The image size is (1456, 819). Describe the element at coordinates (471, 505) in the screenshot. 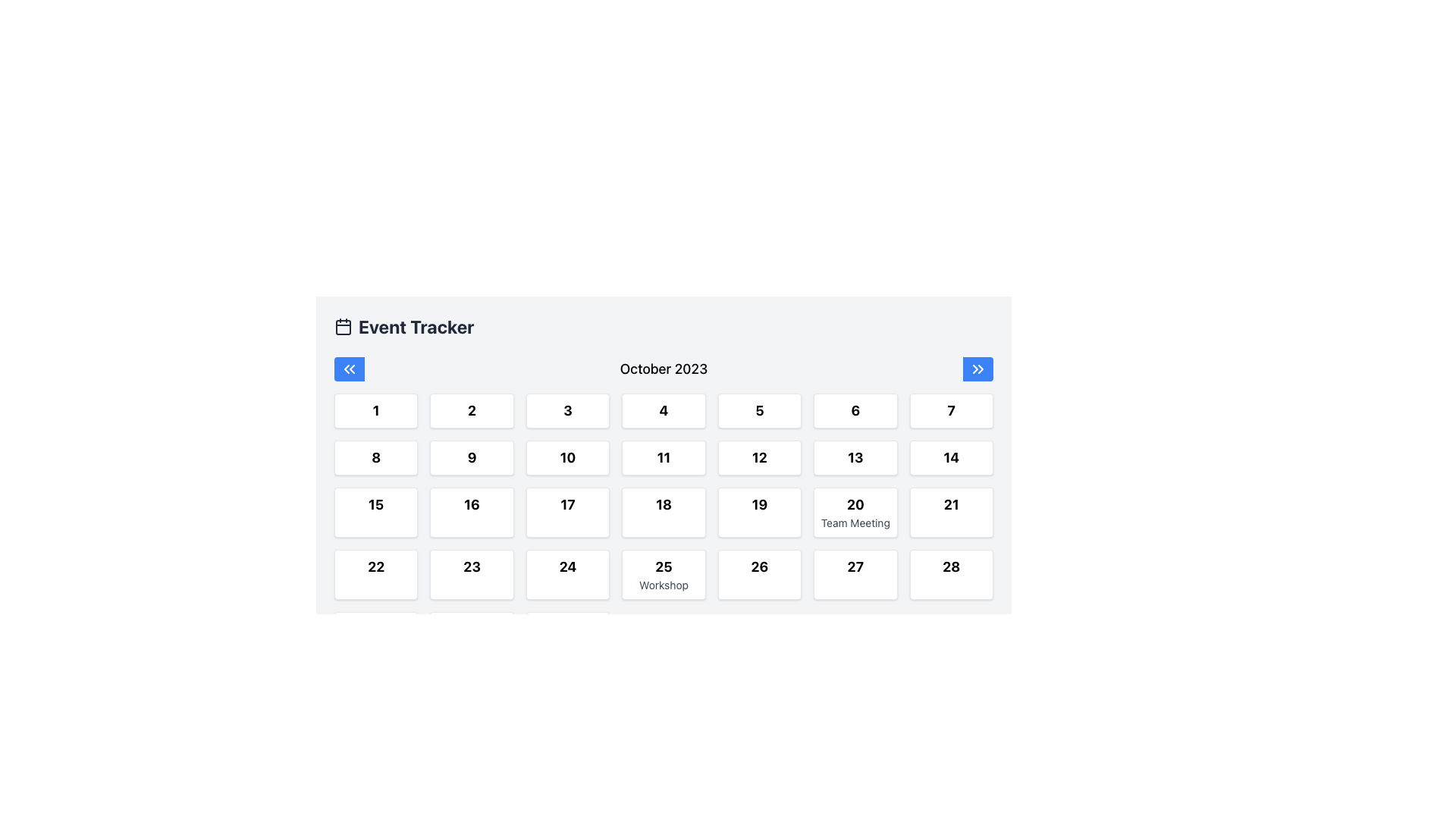

I see `the text label '16' within the square button located in the third row and second column of the calendar interface for October 2023` at that location.